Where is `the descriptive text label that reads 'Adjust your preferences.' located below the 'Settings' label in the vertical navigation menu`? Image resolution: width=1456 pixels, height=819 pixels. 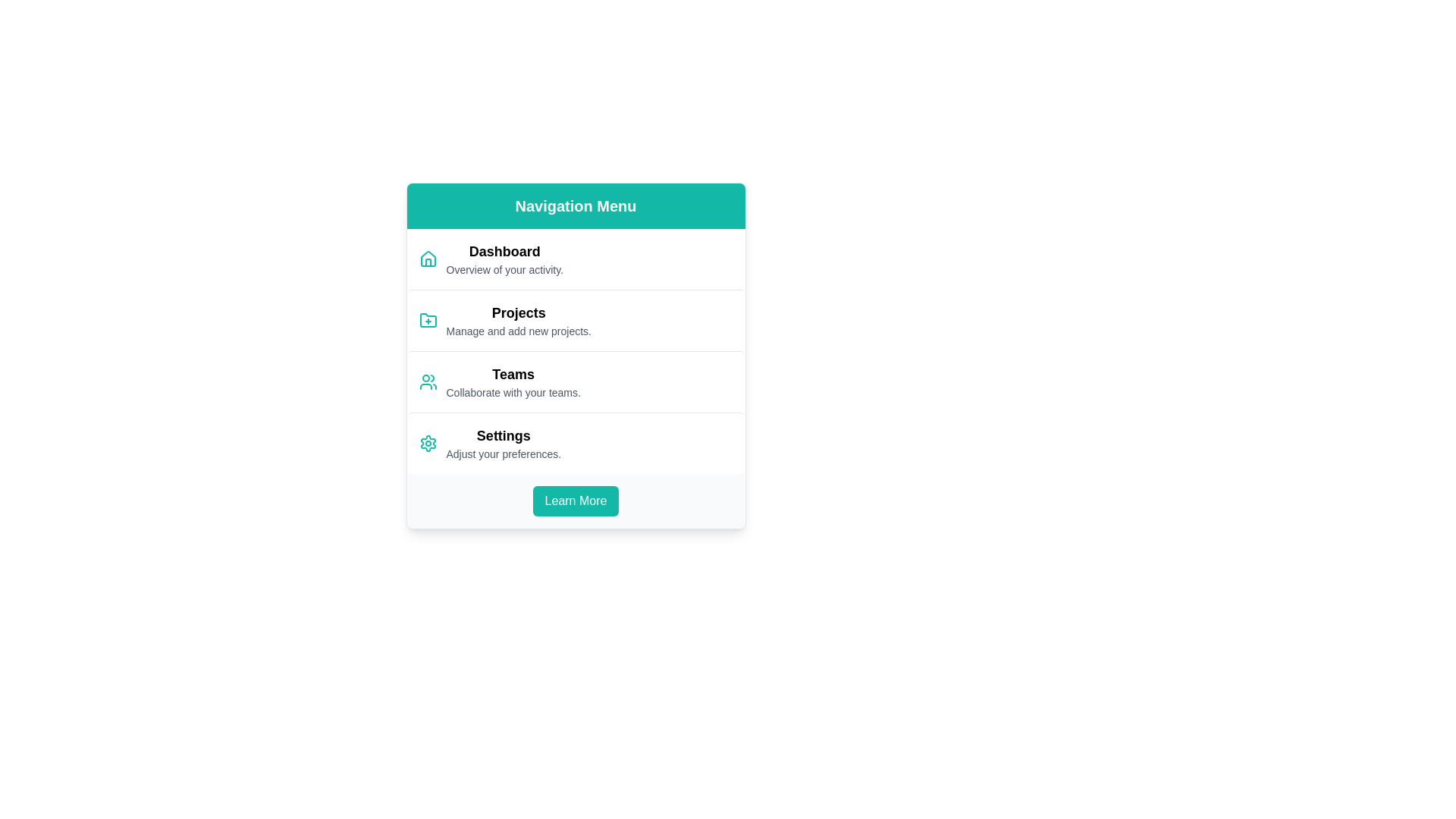 the descriptive text label that reads 'Adjust your preferences.' located below the 'Settings' label in the vertical navigation menu is located at coordinates (504, 453).